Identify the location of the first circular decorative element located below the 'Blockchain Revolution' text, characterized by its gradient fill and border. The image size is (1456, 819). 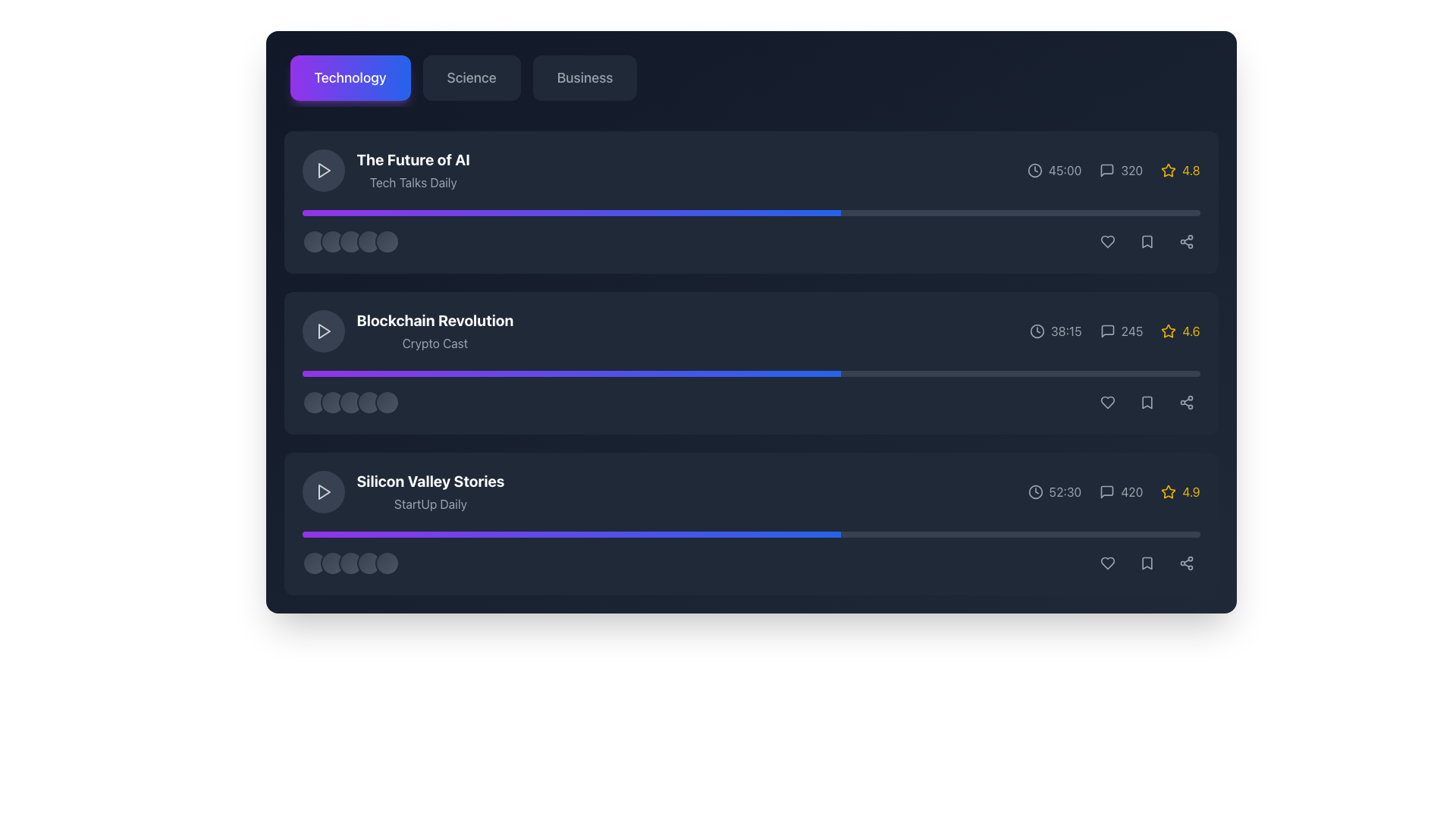
(313, 402).